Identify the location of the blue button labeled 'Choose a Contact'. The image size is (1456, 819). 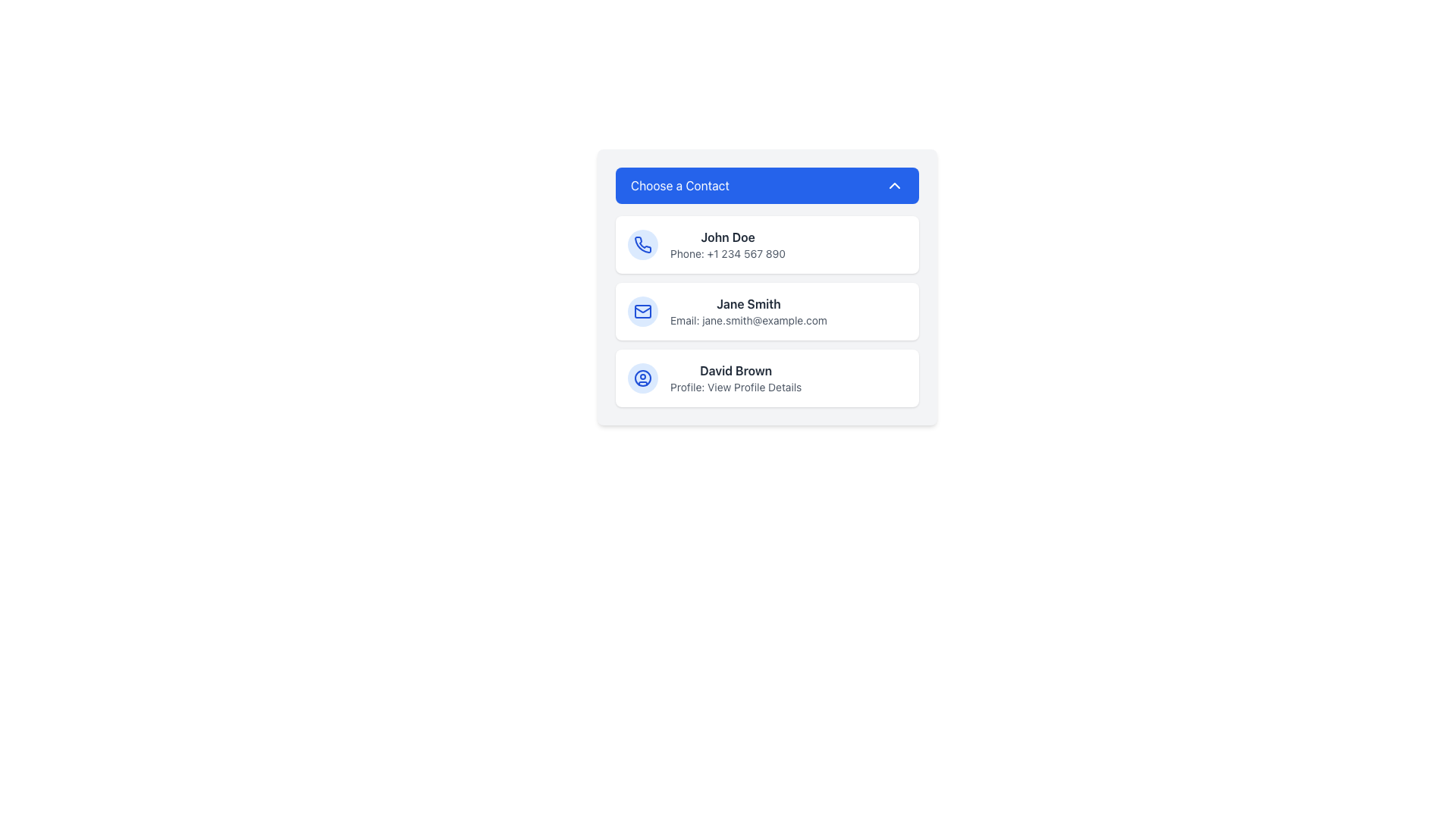
(767, 185).